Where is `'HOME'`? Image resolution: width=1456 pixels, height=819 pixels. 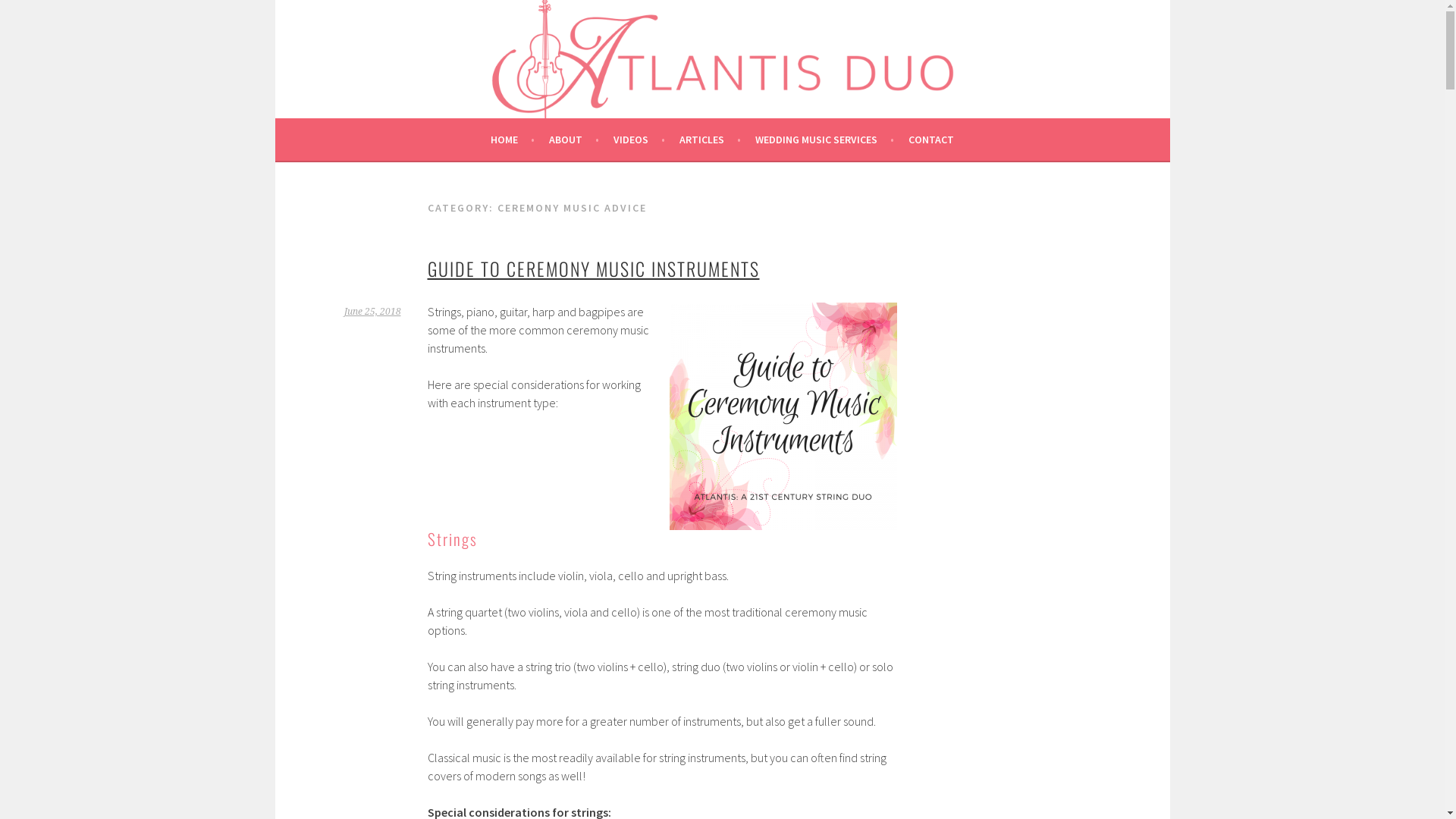
'HOME' is located at coordinates (513, 140).